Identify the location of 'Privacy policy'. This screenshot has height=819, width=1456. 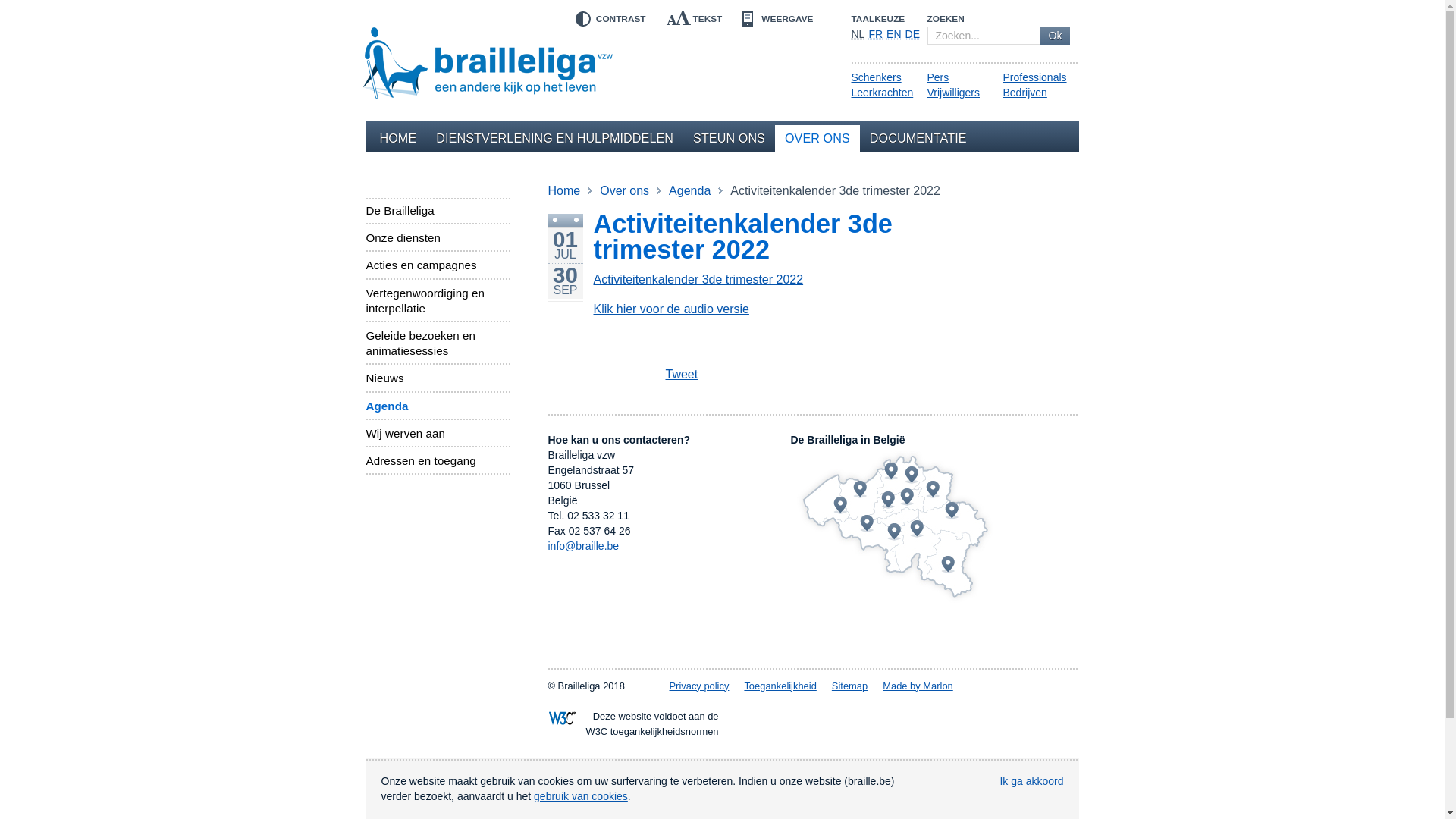
(698, 686).